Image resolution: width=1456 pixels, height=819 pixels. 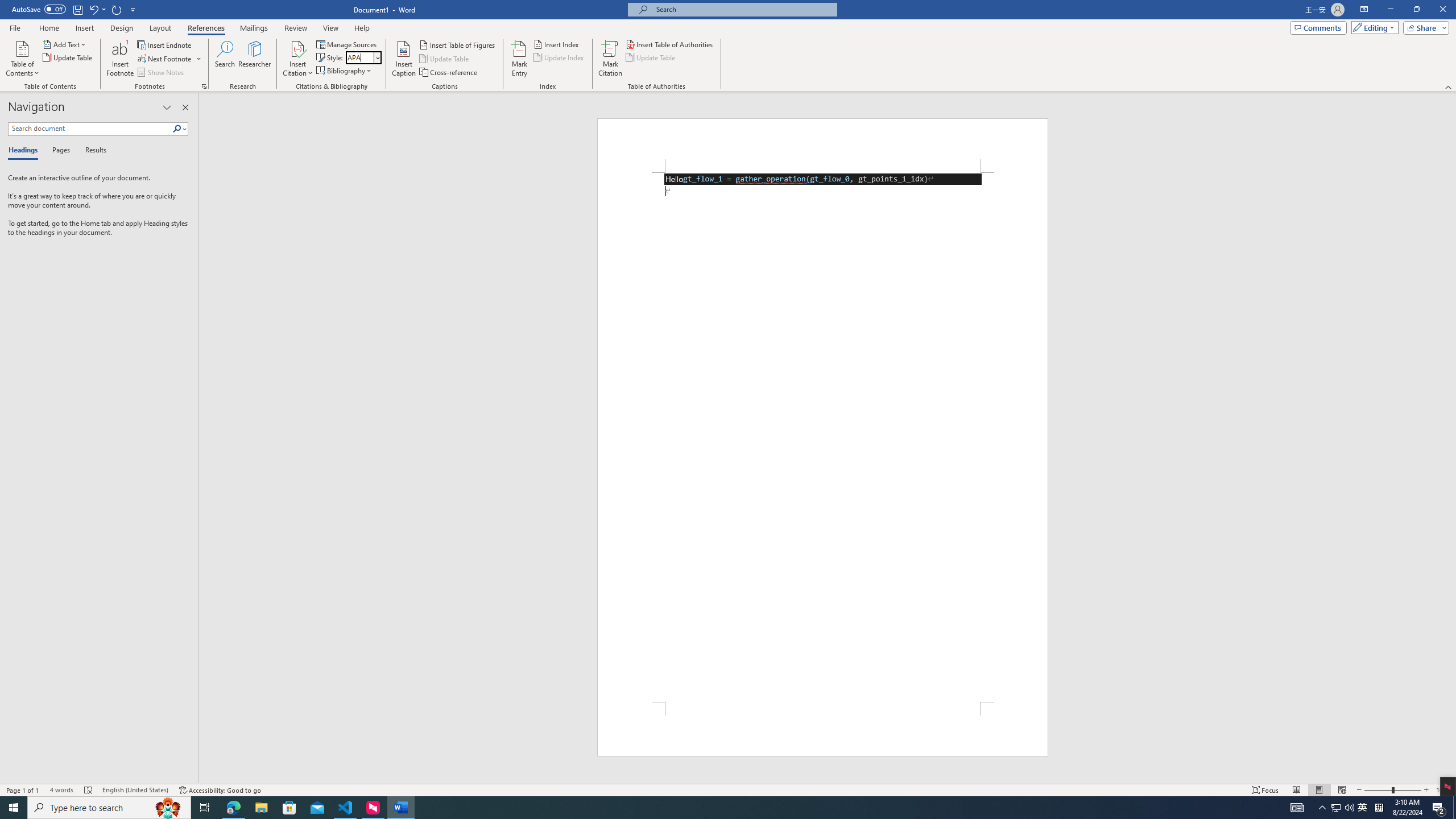 I want to click on 'Insert Citation', so click(x=297, y=59).